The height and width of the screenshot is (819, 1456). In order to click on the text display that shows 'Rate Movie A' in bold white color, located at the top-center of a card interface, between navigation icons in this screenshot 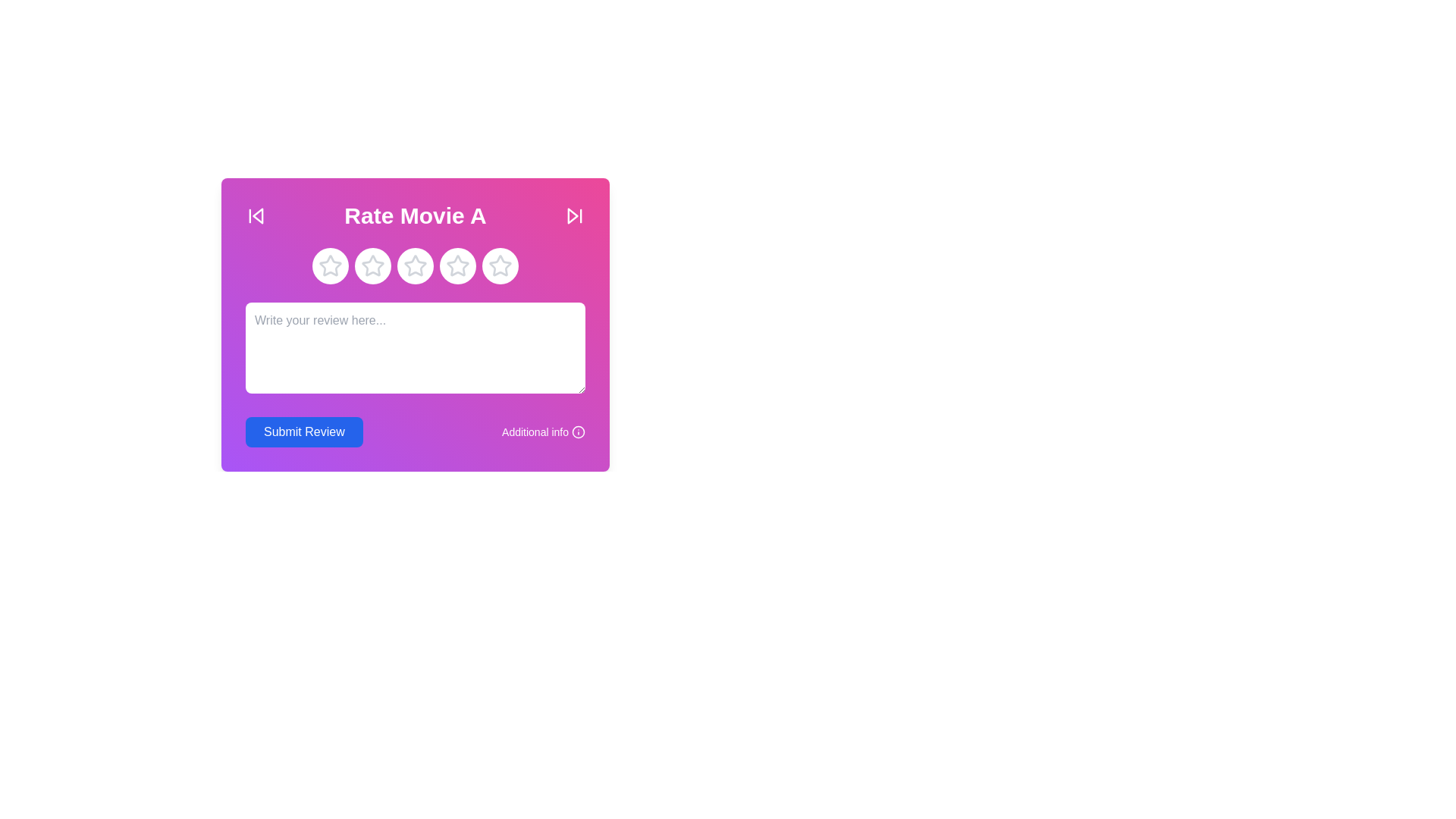, I will do `click(415, 216)`.